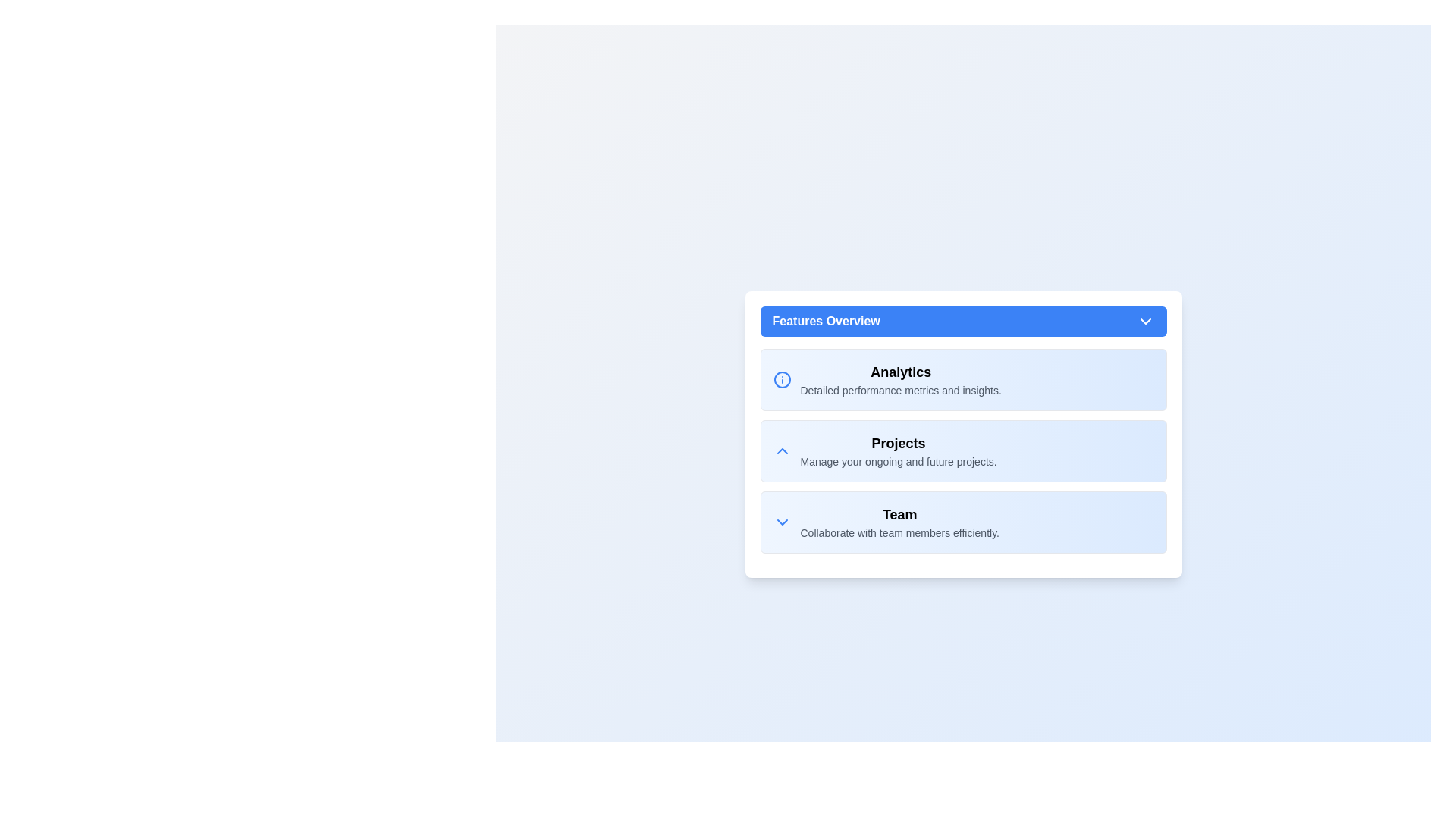 This screenshot has width=1456, height=819. What do you see at coordinates (899, 513) in the screenshot?
I see `text label titled 'Team' which serves as the section title in the Features Overview card` at bounding box center [899, 513].